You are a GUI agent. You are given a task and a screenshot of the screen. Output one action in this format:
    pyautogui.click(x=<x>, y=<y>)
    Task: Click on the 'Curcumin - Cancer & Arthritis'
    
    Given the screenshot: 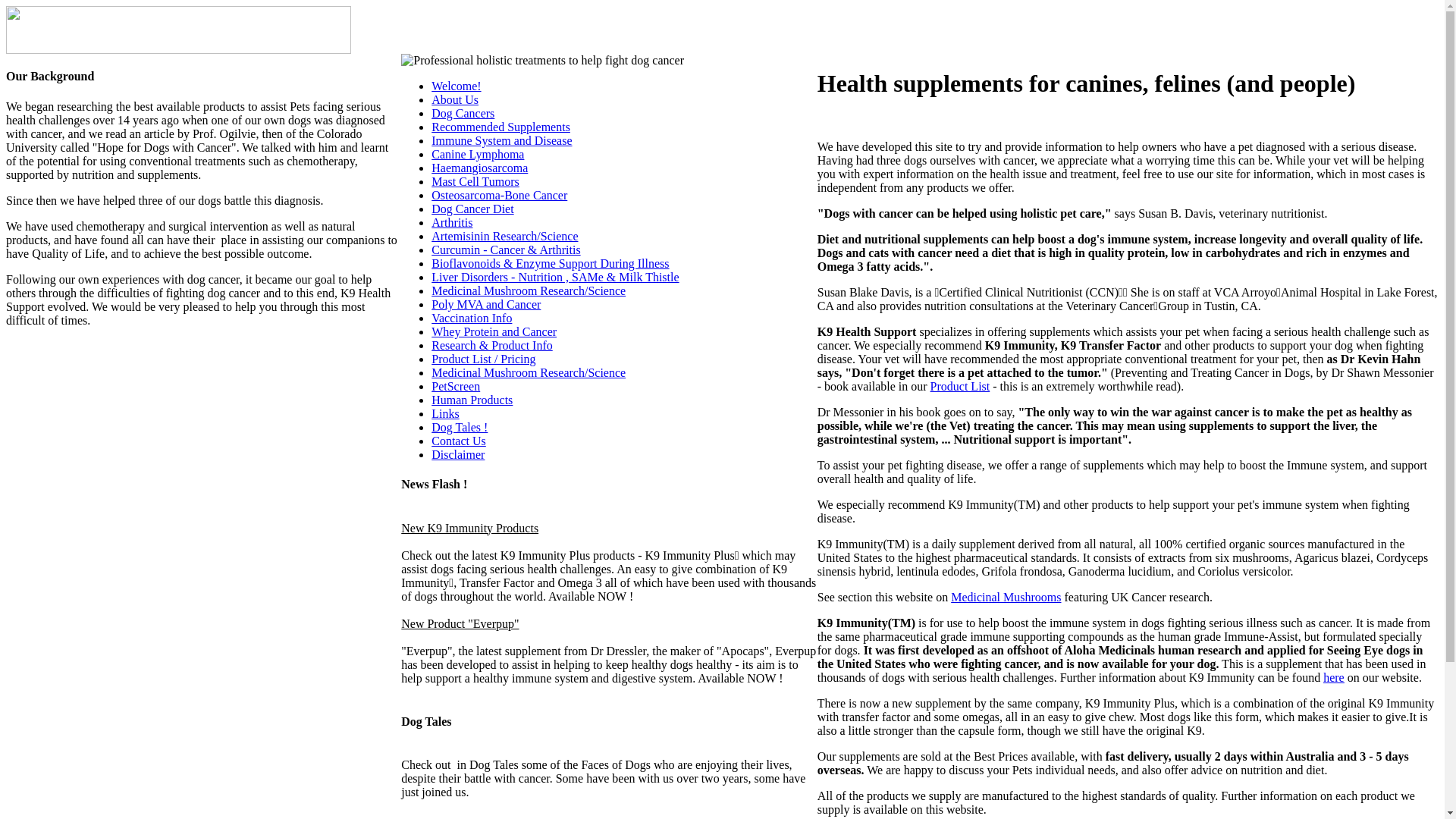 What is the action you would take?
    pyautogui.click(x=431, y=249)
    